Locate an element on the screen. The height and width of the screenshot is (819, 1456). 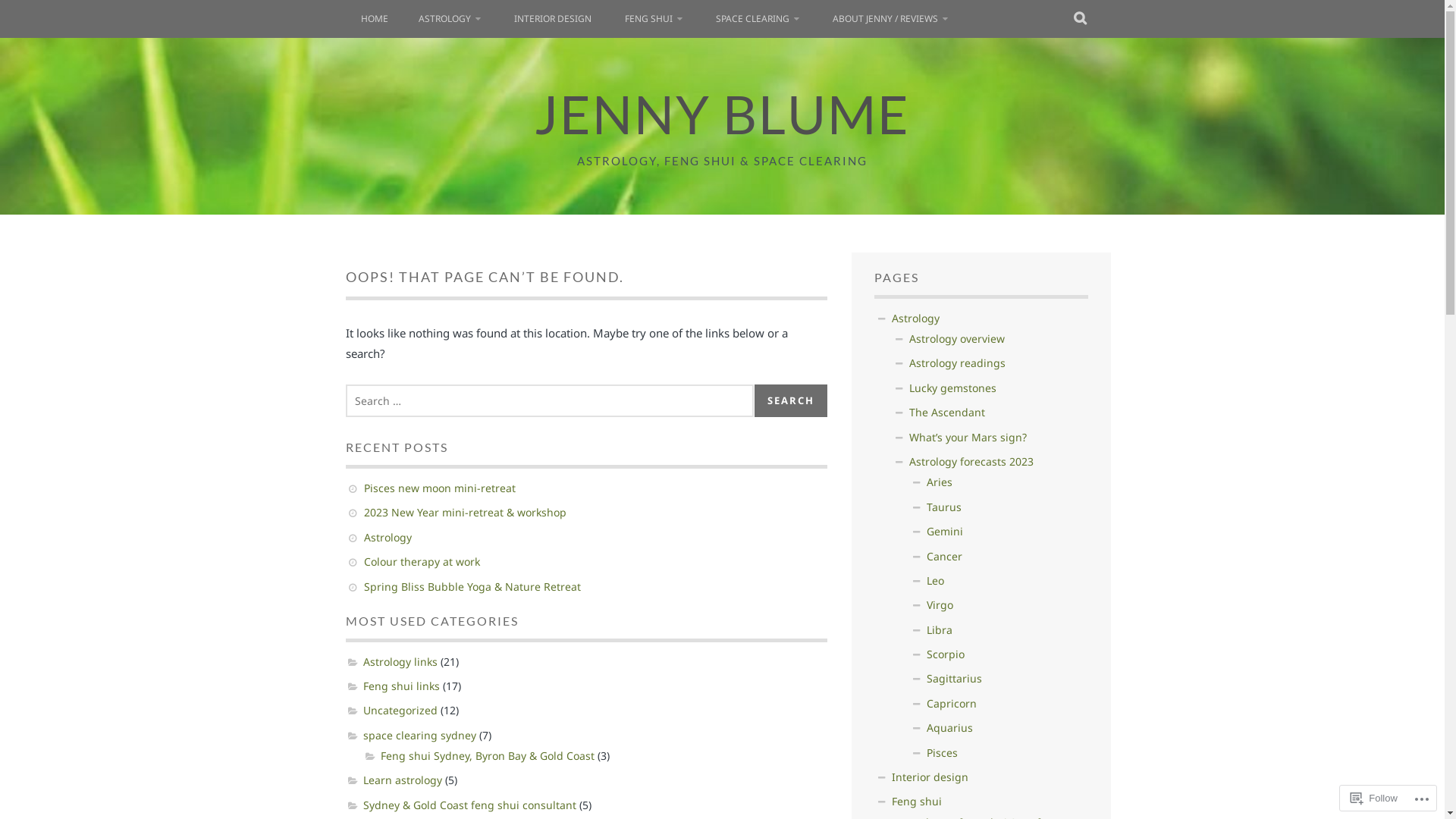
'Pisces new moon mini-retreat' is located at coordinates (439, 488).